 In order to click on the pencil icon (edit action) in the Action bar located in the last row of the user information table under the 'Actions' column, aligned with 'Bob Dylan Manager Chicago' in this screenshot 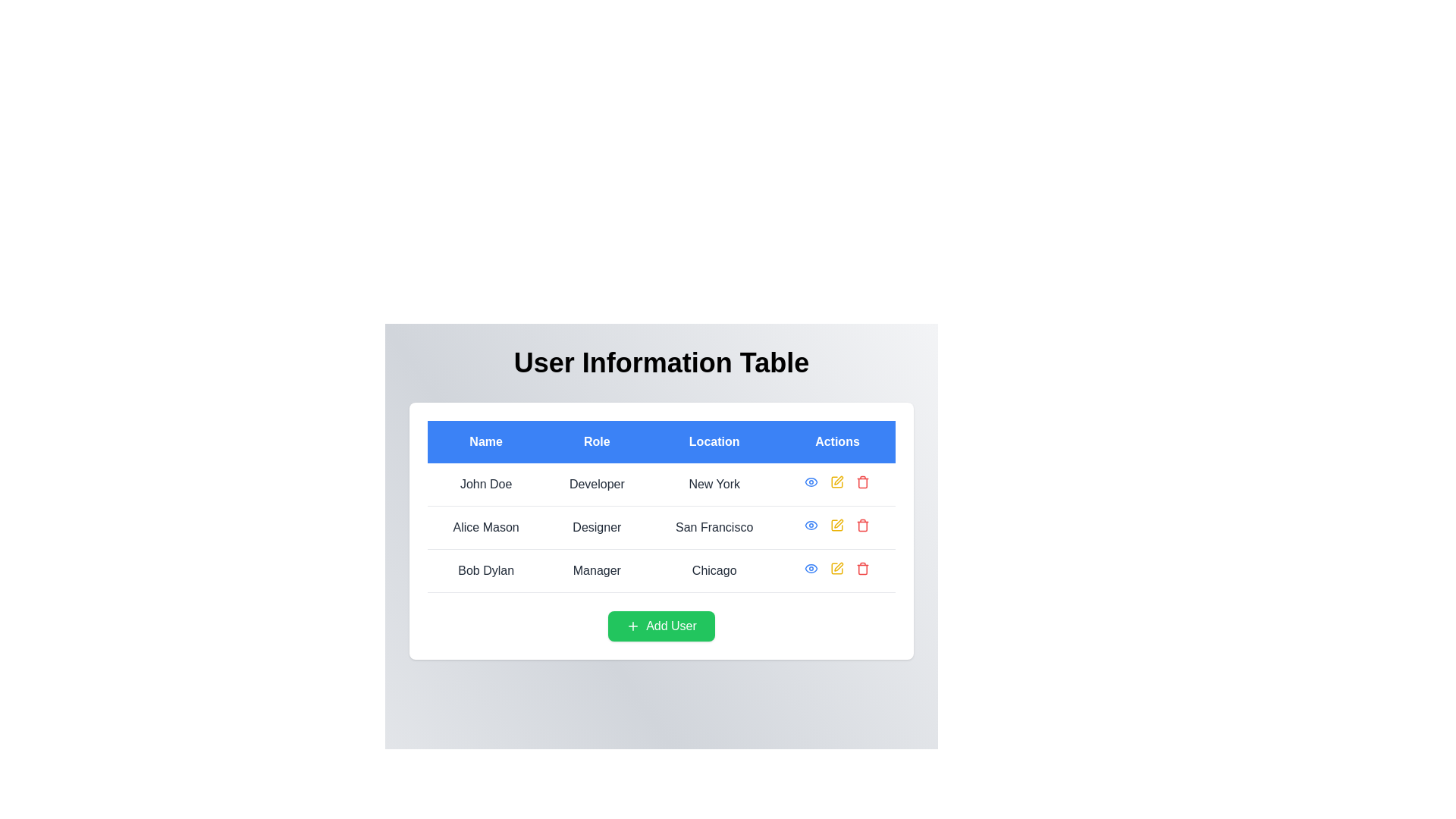, I will do `click(836, 568)`.